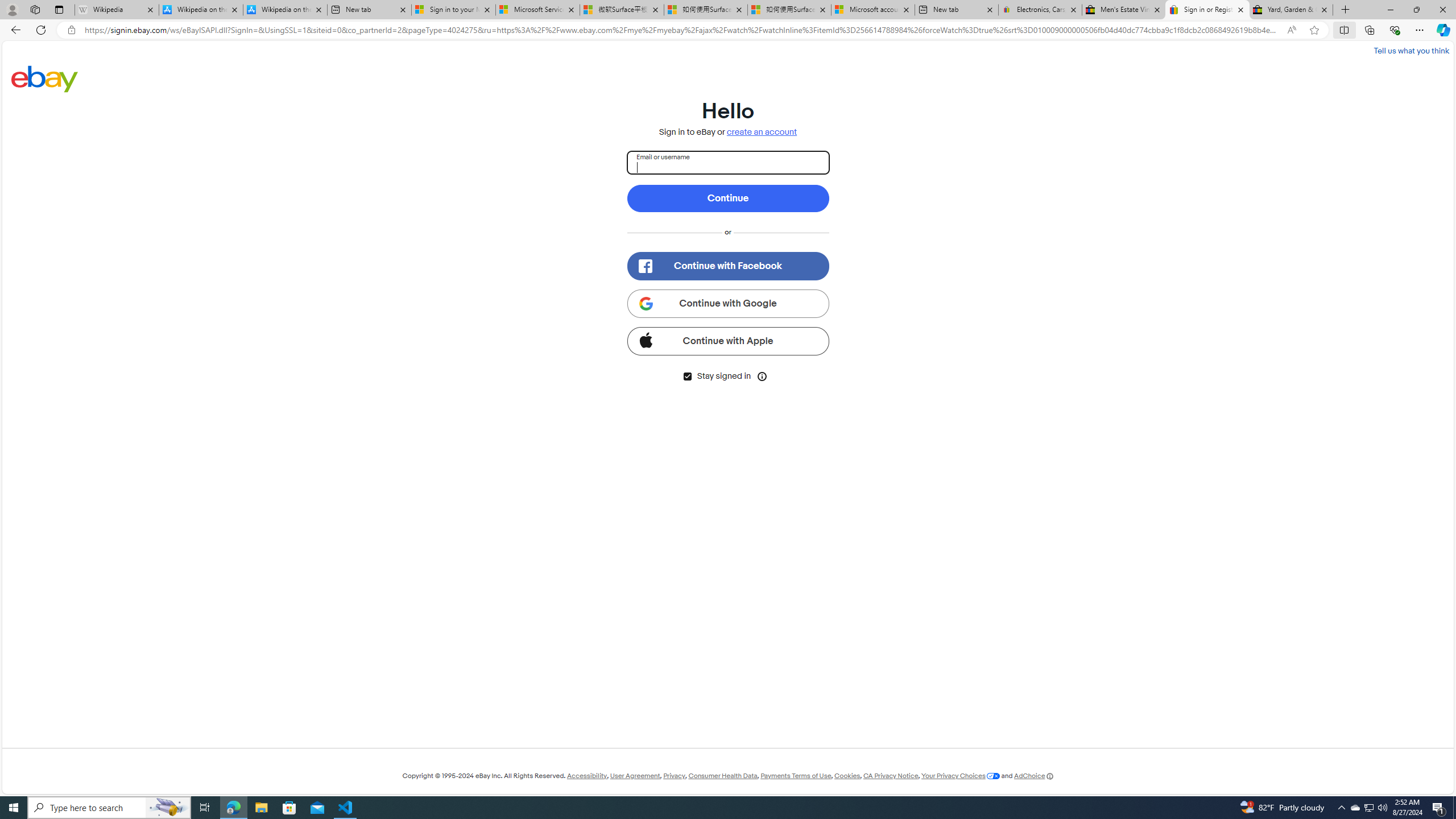 This screenshot has height=819, width=1456. What do you see at coordinates (635, 775) in the screenshot?
I see `'User Agreement'` at bounding box center [635, 775].